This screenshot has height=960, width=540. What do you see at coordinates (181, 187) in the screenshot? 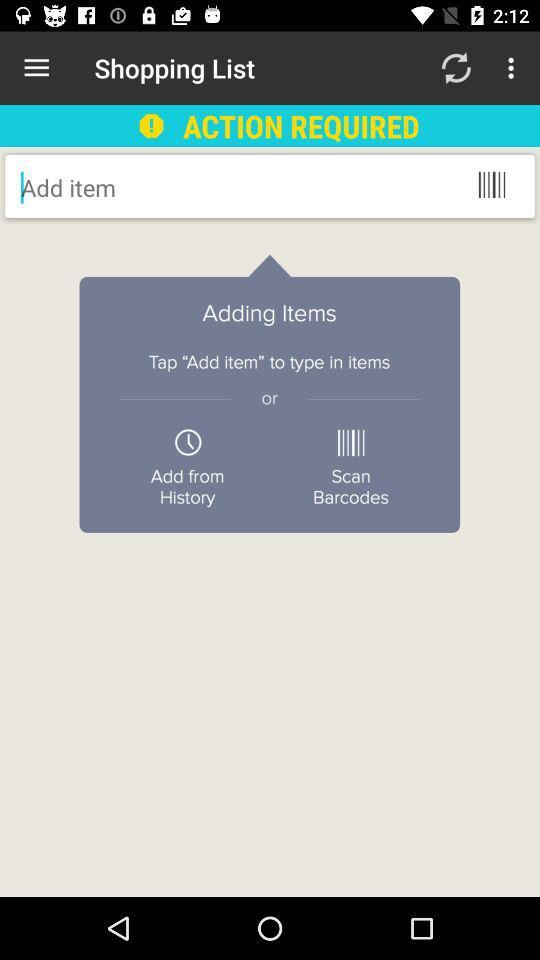
I see `type in items` at bounding box center [181, 187].